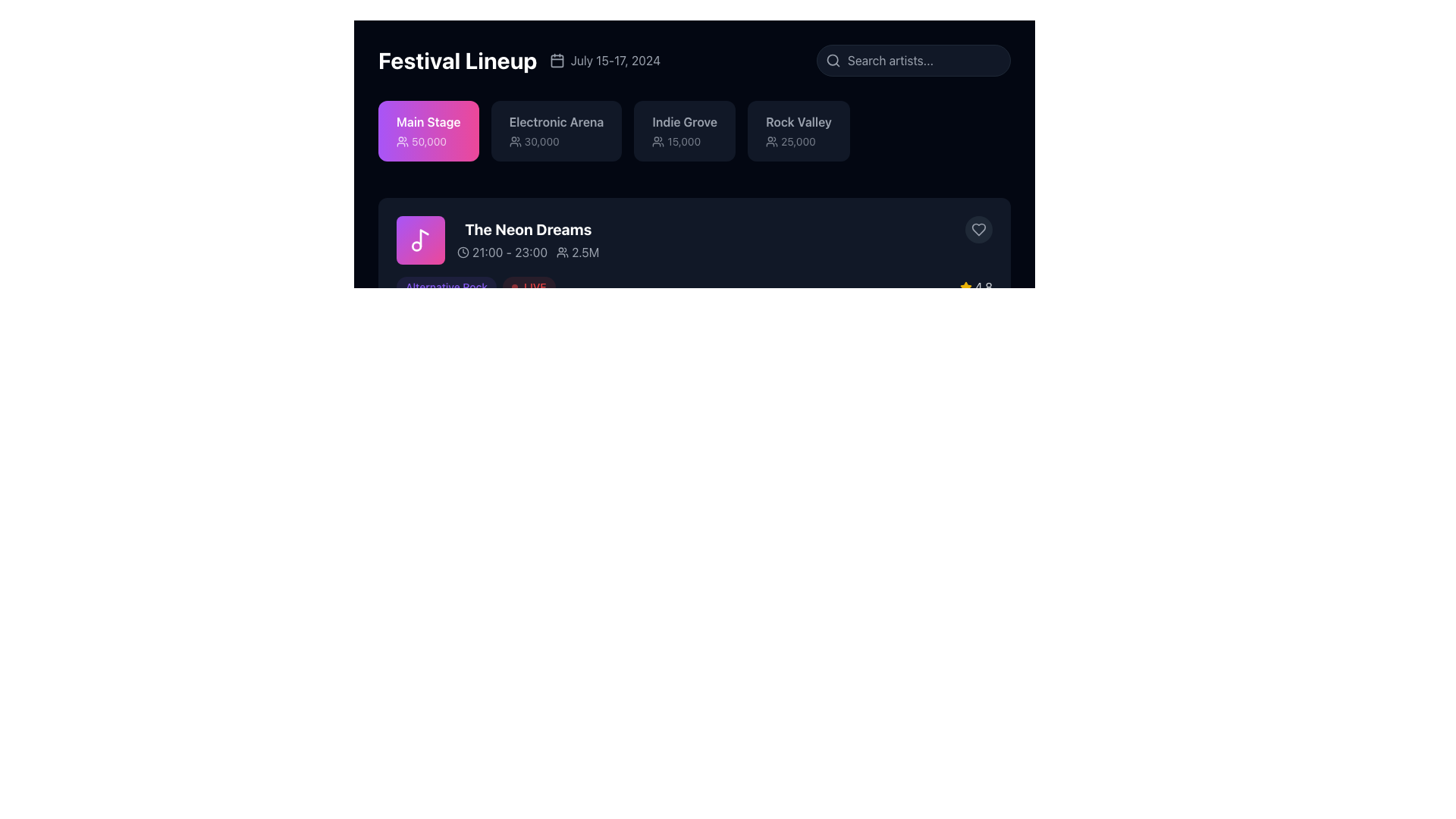  What do you see at coordinates (462, 251) in the screenshot?
I see `circular graphical element representing the clock icon located on the left side of the event details section next to the time information ('21:00 - 23:00')` at bounding box center [462, 251].